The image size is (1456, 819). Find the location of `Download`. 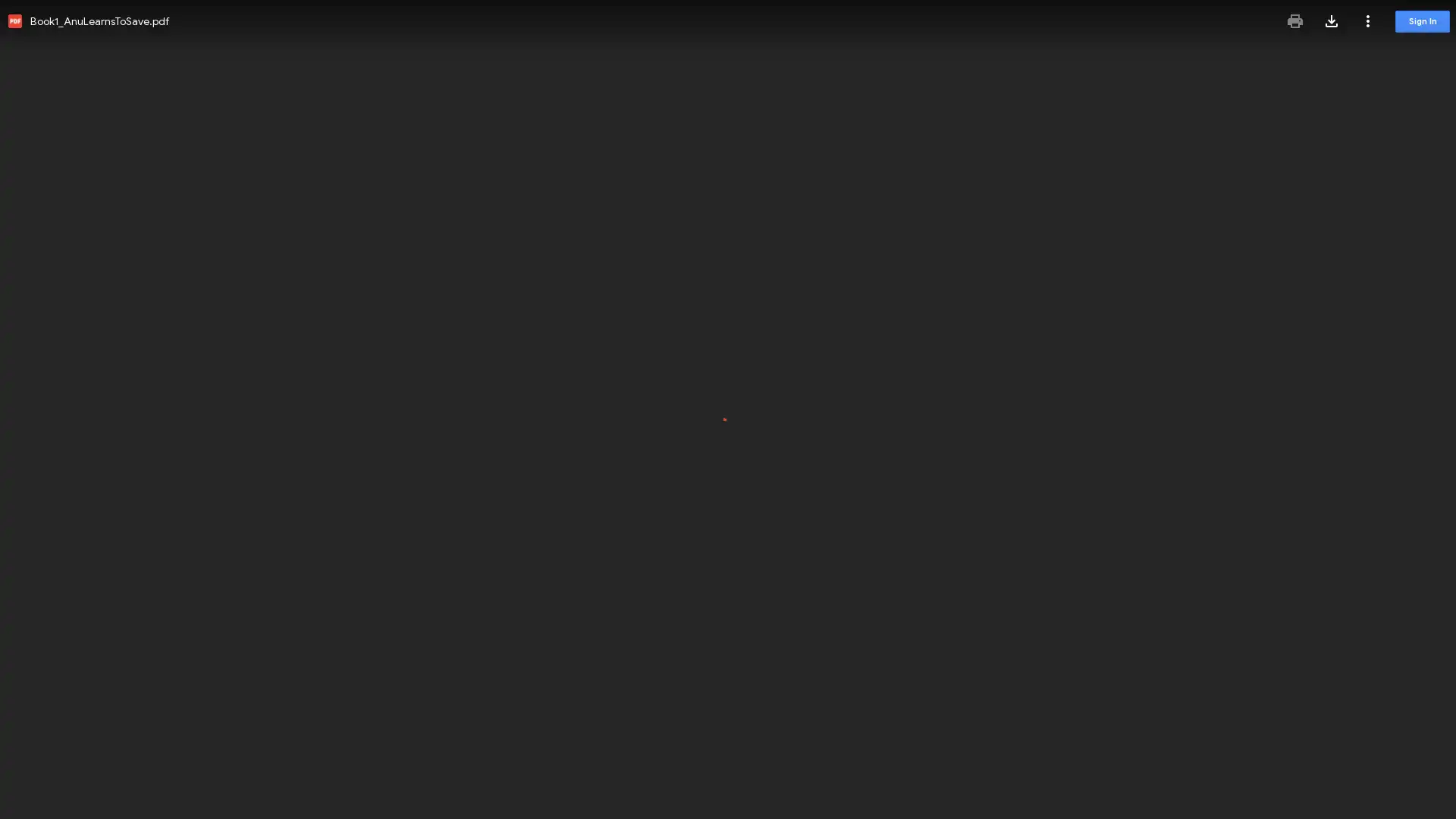

Download is located at coordinates (1331, 20).